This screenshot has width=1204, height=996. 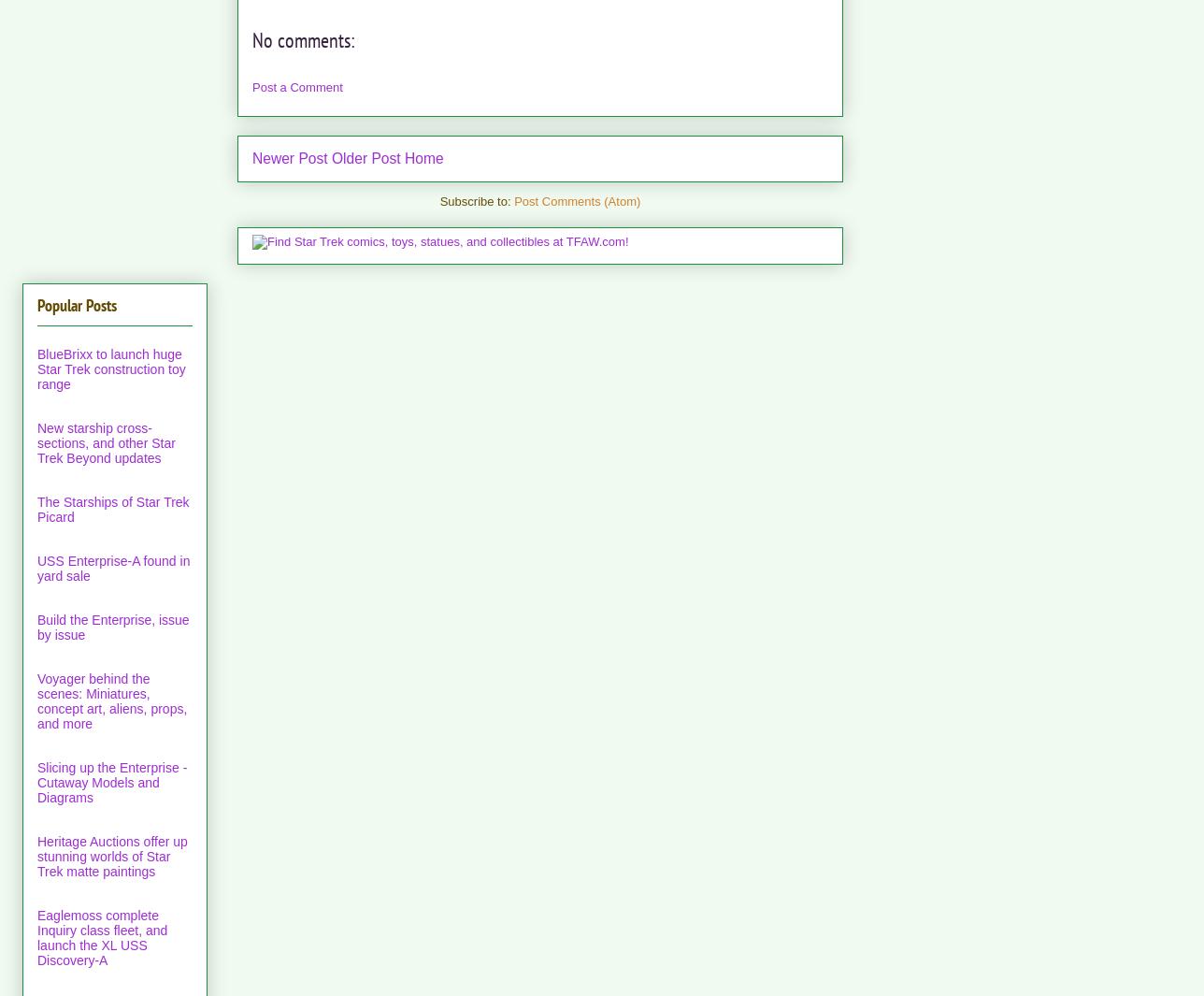 I want to click on 'Slicing up the Enterprise - Cutaway Models and Diagrams', so click(x=112, y=782).